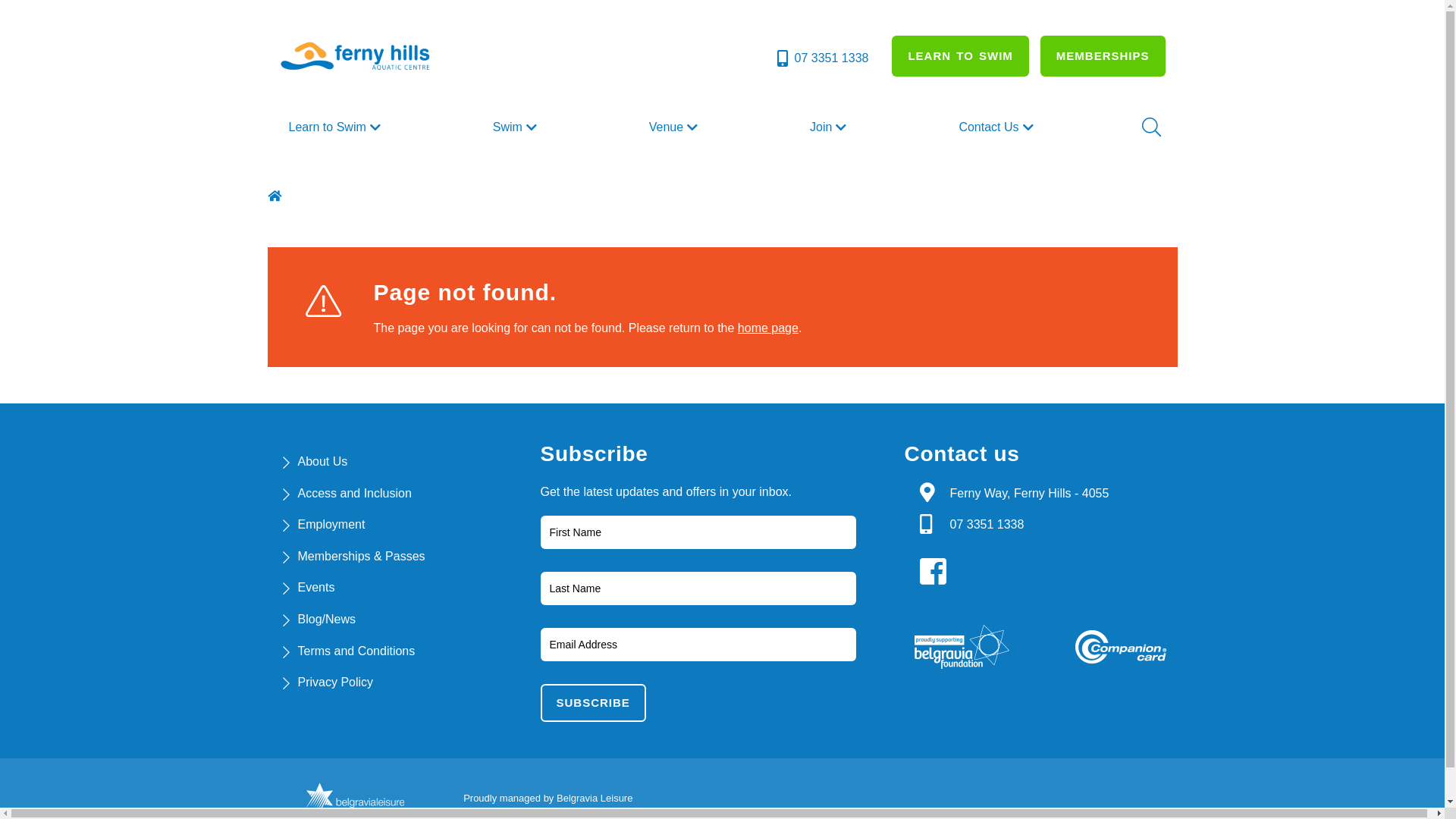 This screenshot has height=819, width=1456. I want to click on 'Search', so click(1150, 127).